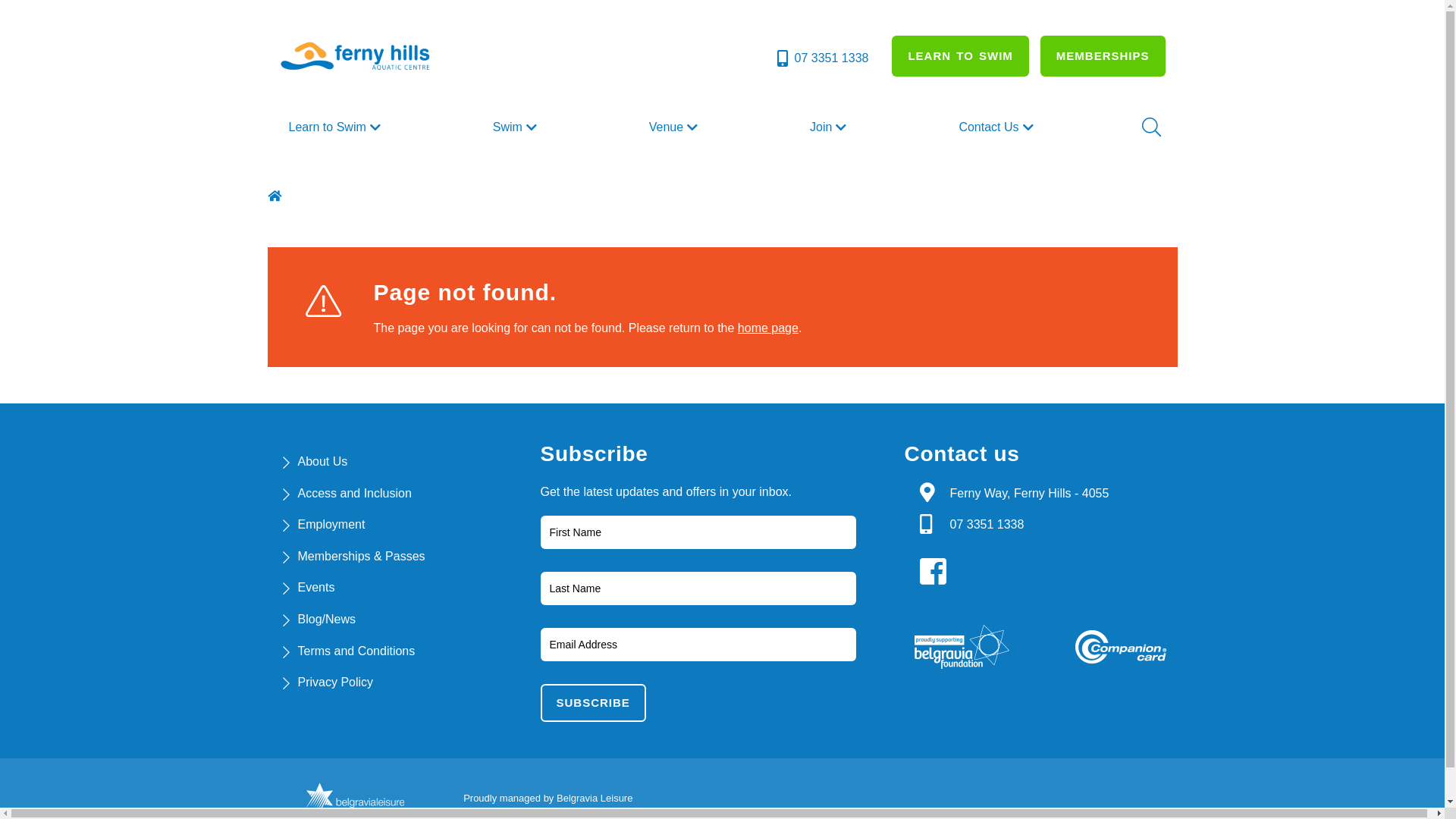 This screenshot has height=819, width=1456. I want to click on 'Search', so click(1150, 127).